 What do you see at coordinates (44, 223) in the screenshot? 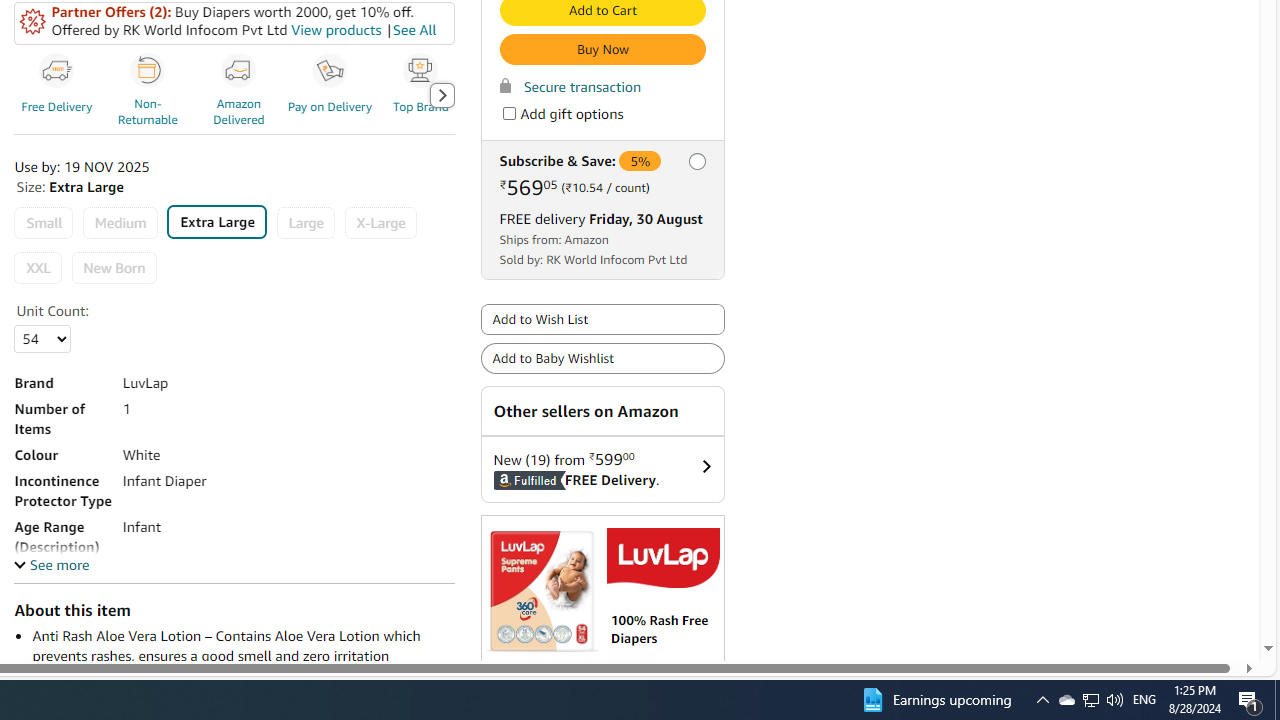
I see `'Small'` at bounding box center [44, 223].